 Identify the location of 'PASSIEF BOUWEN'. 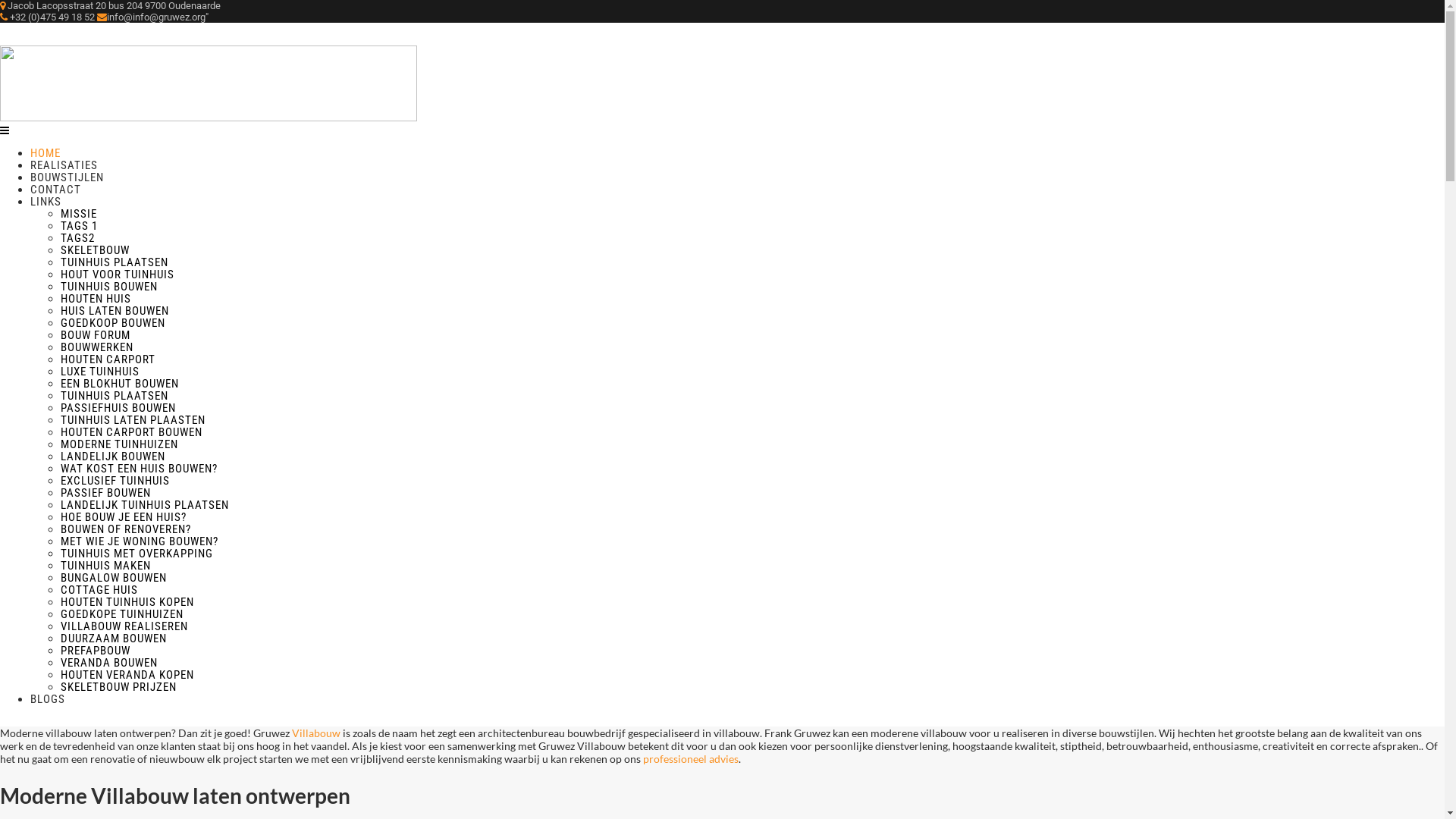
(105, 493).